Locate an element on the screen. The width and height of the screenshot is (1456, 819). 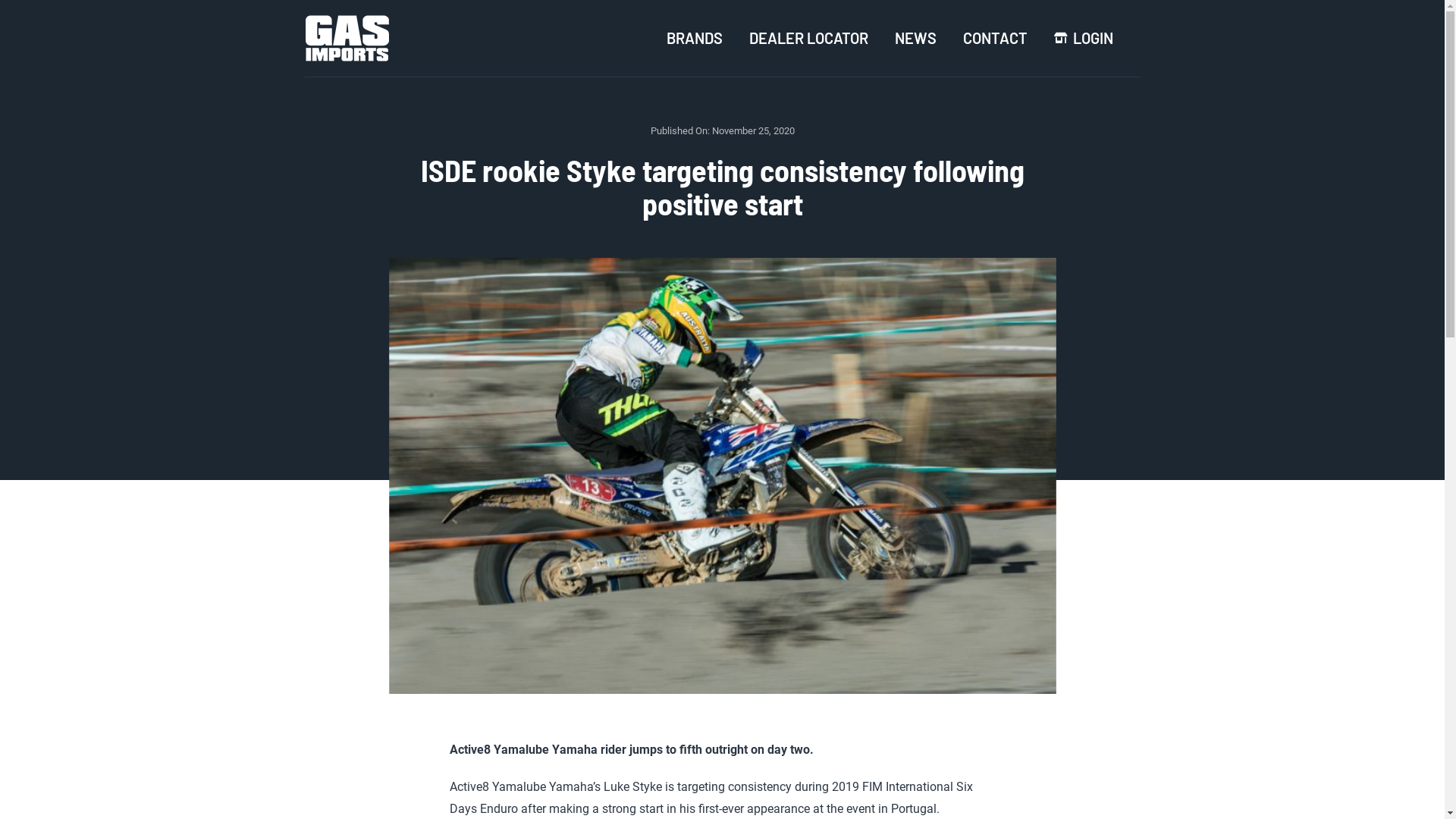
'CONTACT' is located at coordinates (995, 37).